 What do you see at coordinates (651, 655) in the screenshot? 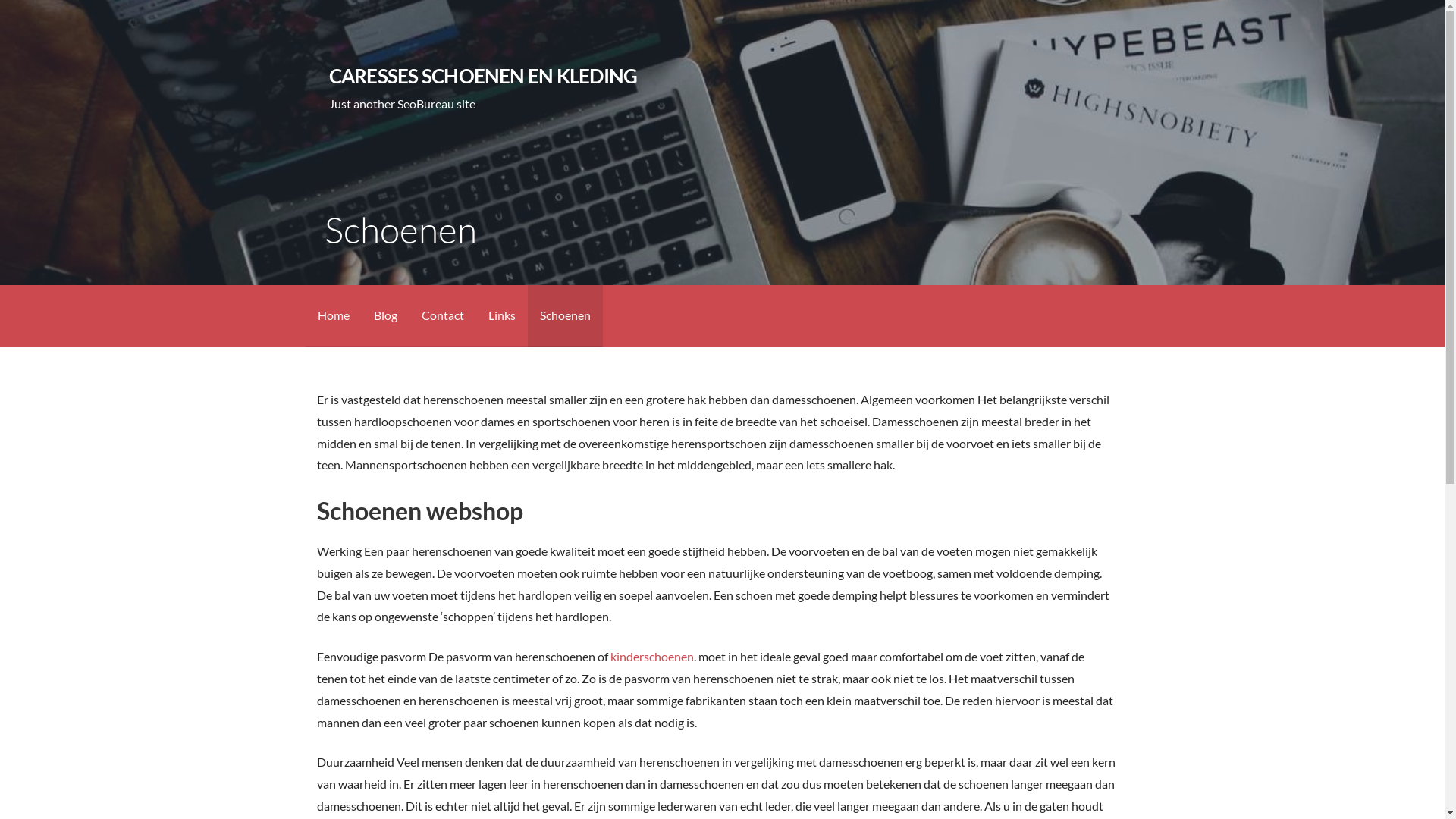
I see `'kinderschoenen'` at bounding box center [651, 655].